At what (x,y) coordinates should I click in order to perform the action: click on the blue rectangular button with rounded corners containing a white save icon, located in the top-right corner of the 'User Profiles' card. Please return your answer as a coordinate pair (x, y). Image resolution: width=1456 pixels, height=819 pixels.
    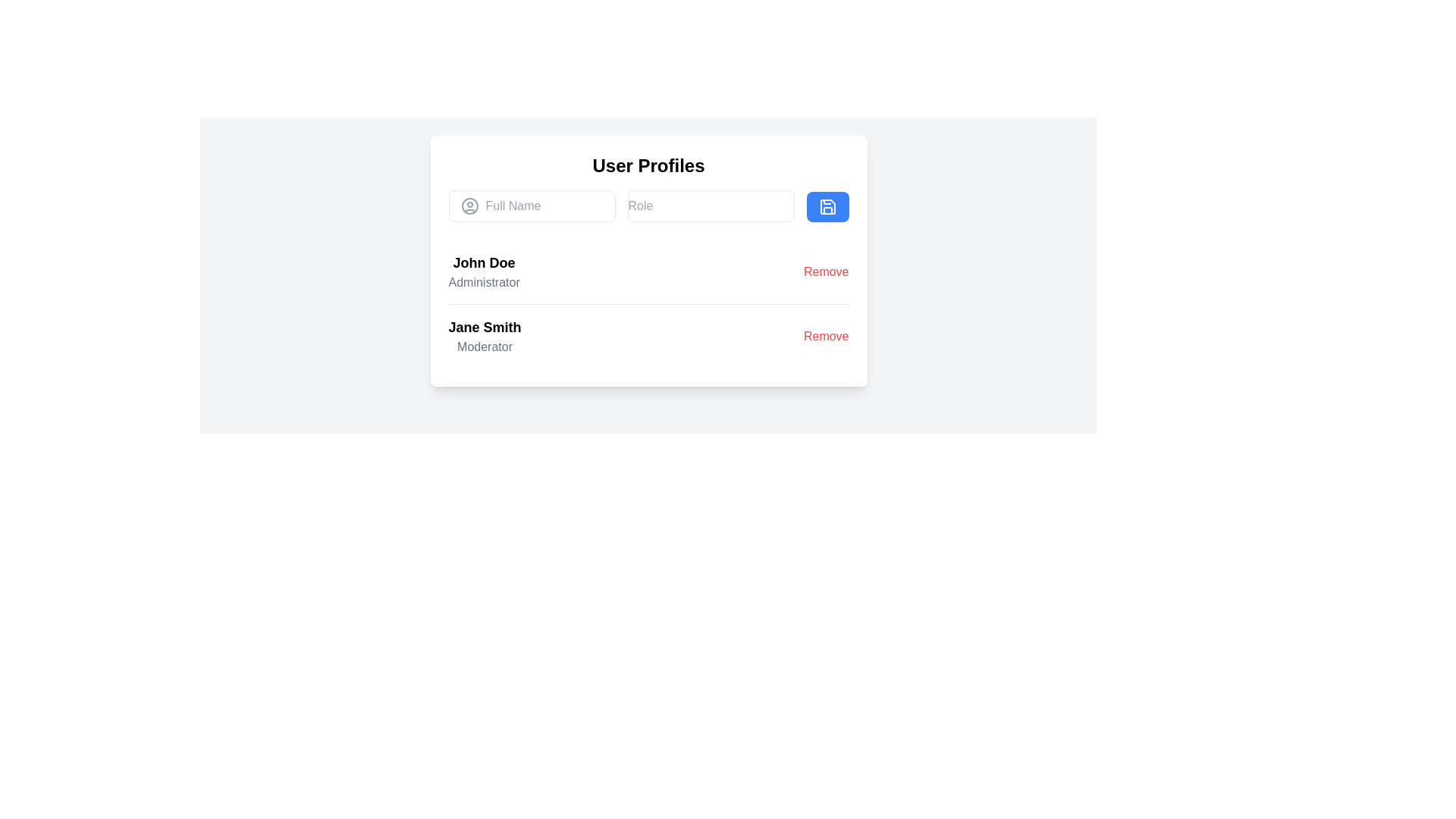
    Looking at the image, I should click on (827, 207).